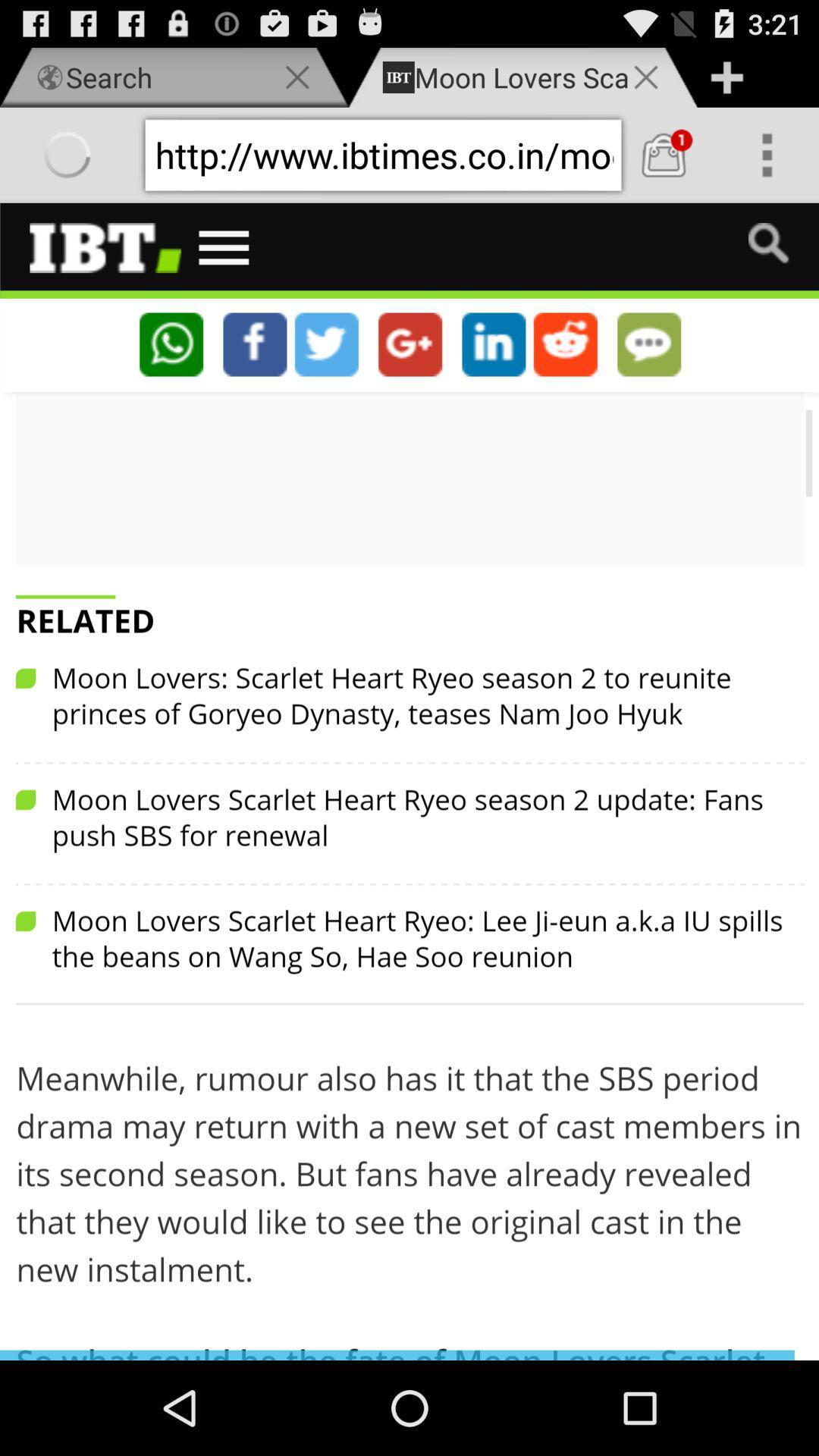 The width and height of the screenshot is (819, 1456). What do you see at coordinates (663, 166) in the screenshot?
I see `the shop icon` at bounding box center [663, 166].